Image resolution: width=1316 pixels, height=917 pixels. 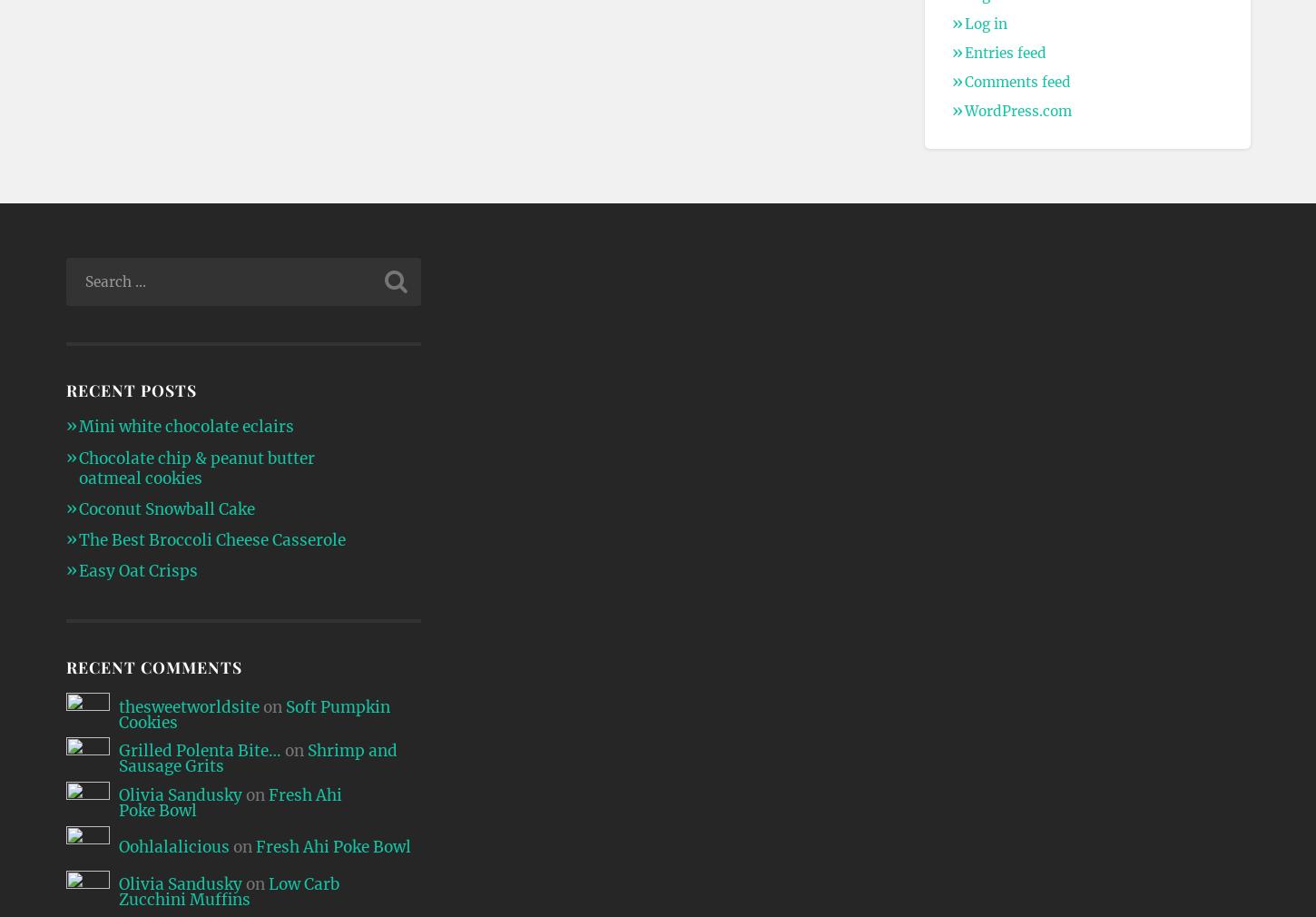 I want to click on 'Easy Oat Crisps', so click(x=77, y=570).